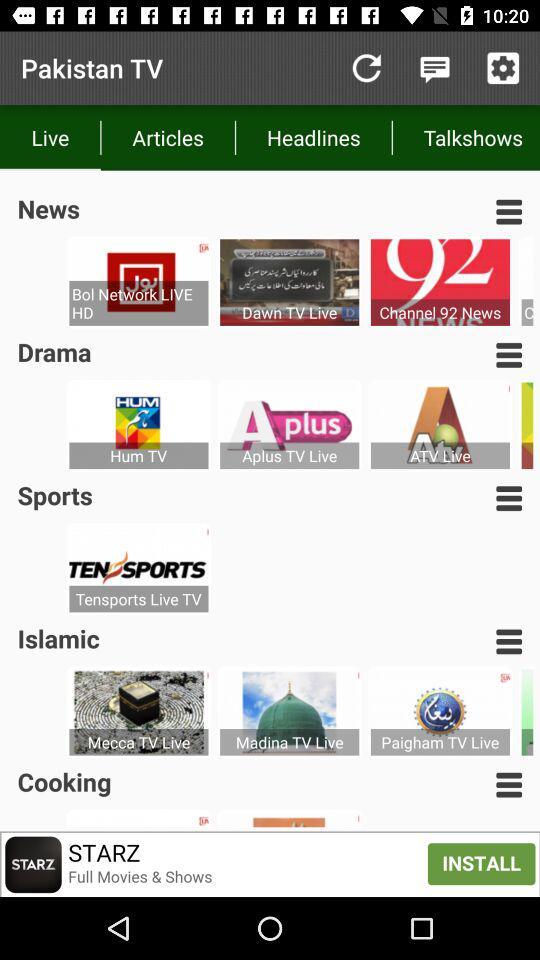  I want to click on bol network live icon, so click(137, 303).